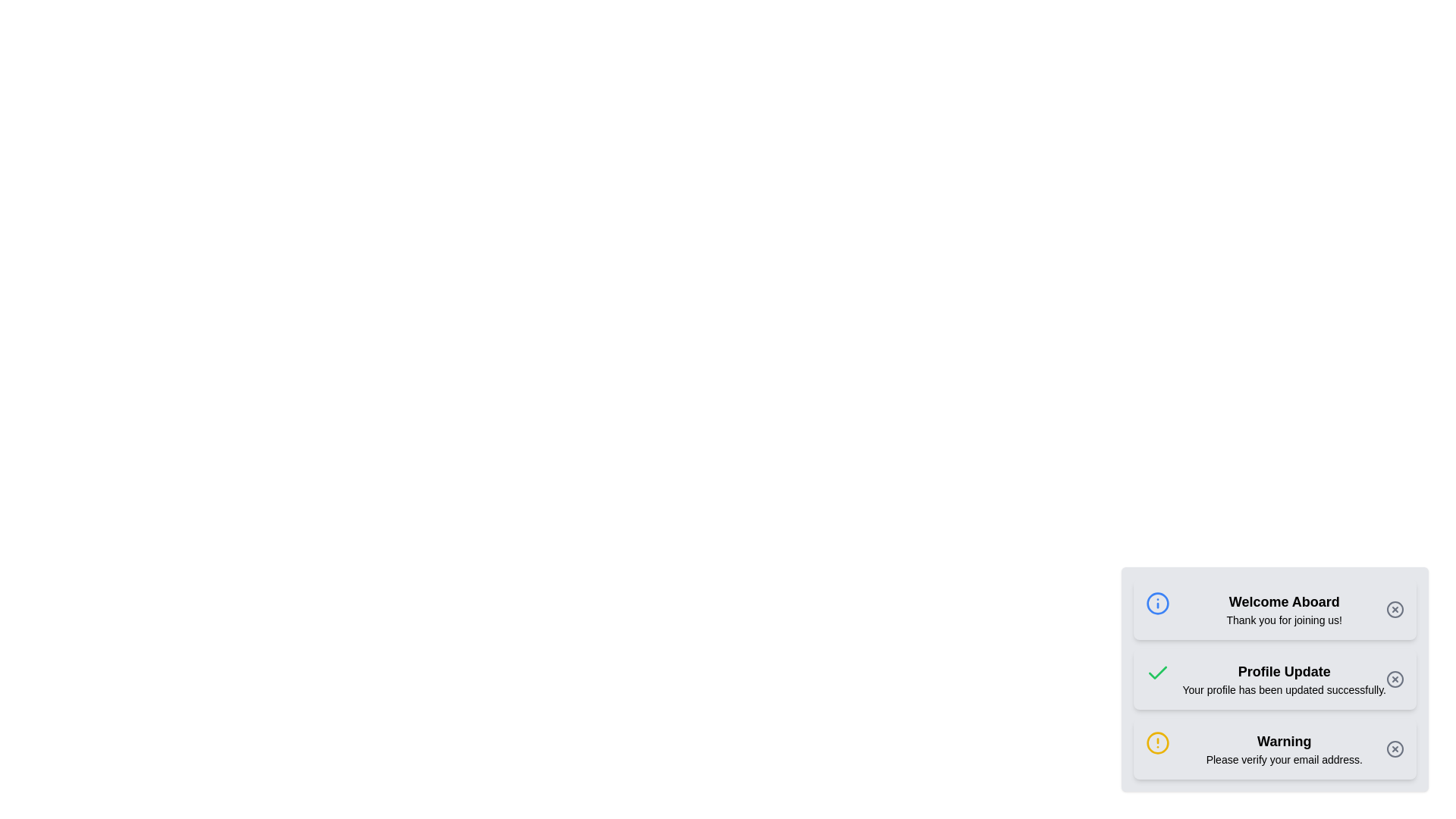 The width and height of the screenshot is (1456, 819). What do you see at coordinates (1395, 678) in the screenshot?
I see `the circular part of the close button in the 'Profile Update' section` at bounding box center [1395, 678].